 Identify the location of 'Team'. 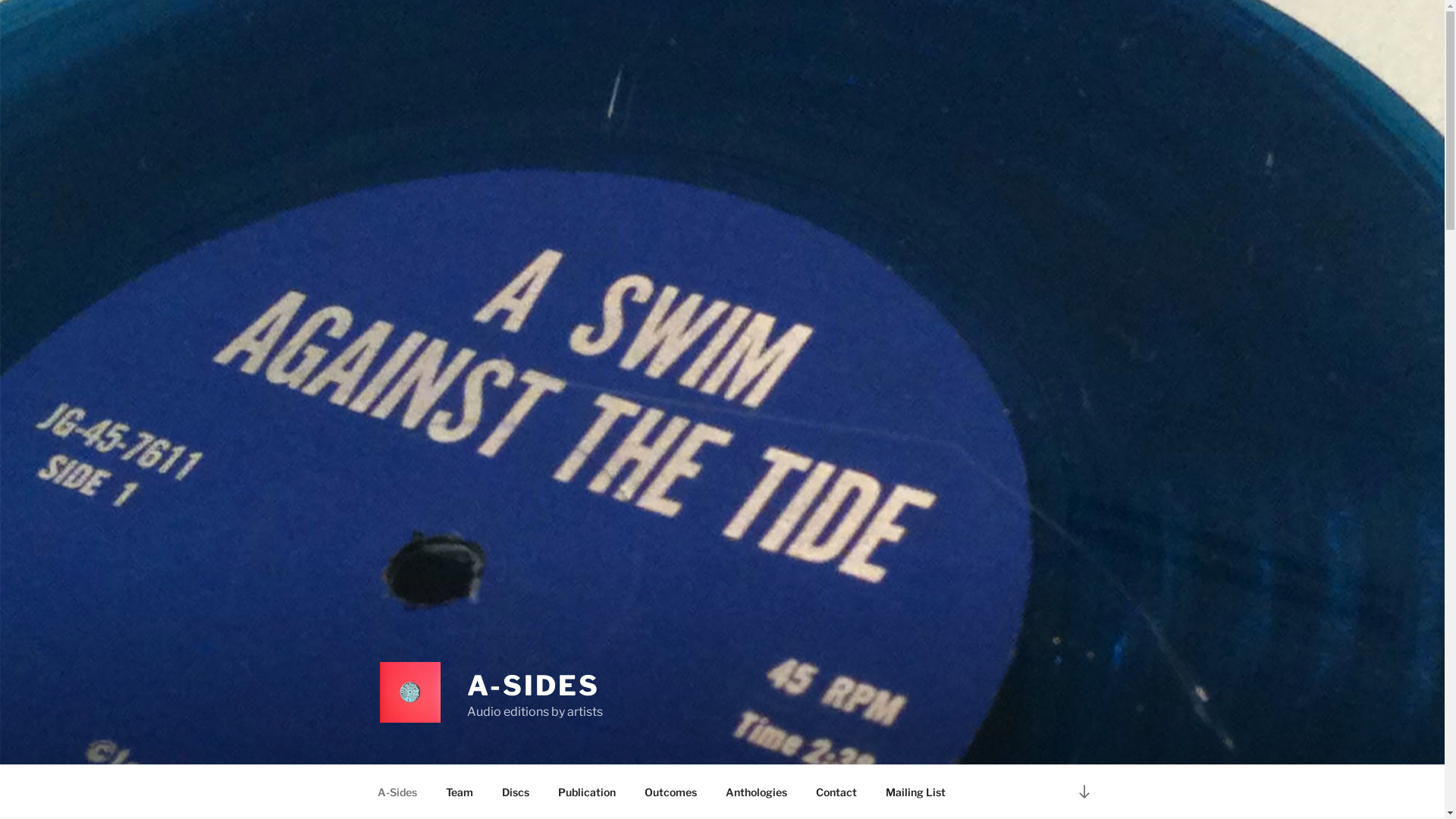
(431, 791).